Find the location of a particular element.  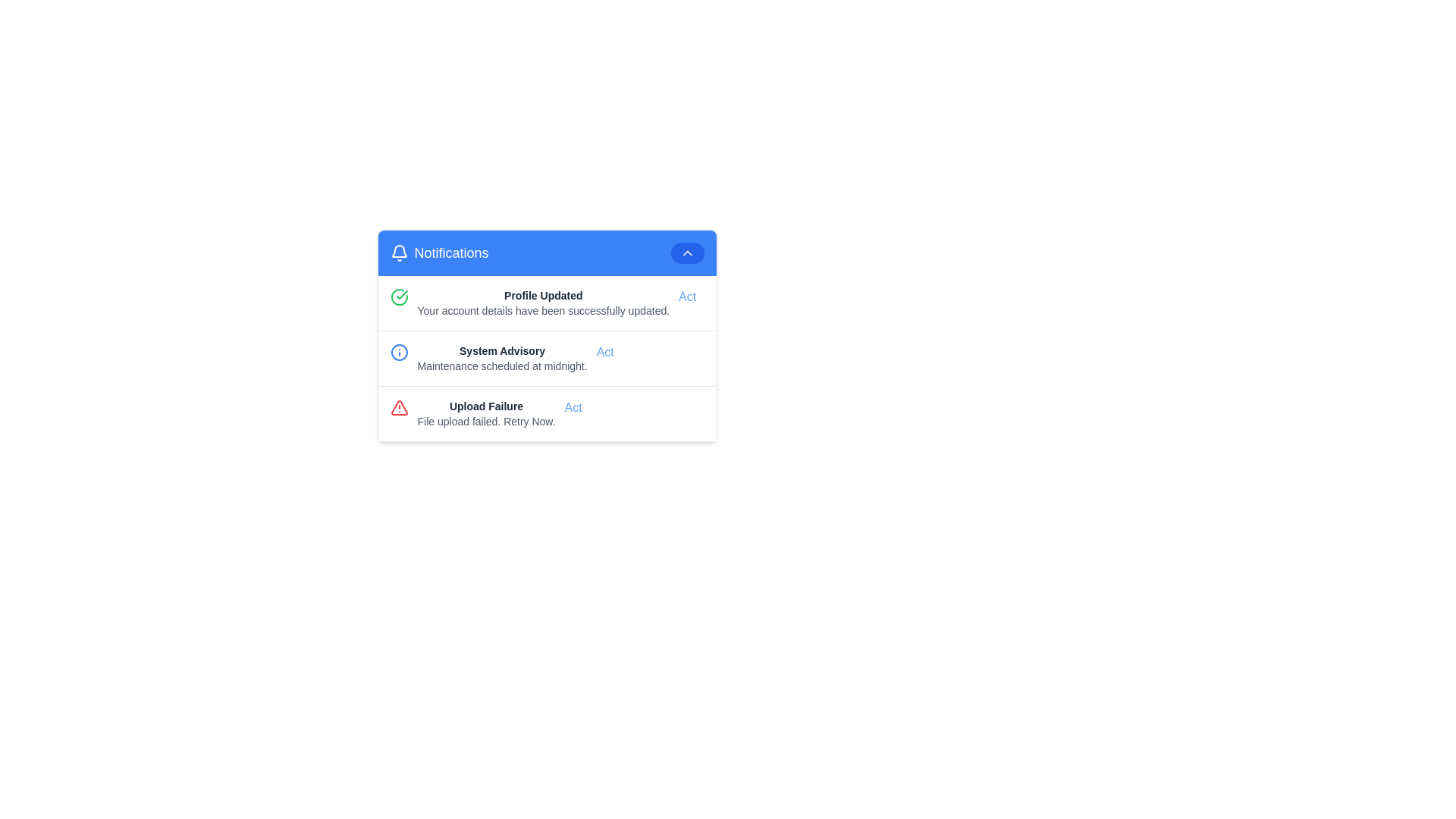

bold text label 'System Advisory' which is the title of the second notification in the card layout is located at coordinates (502, 350).